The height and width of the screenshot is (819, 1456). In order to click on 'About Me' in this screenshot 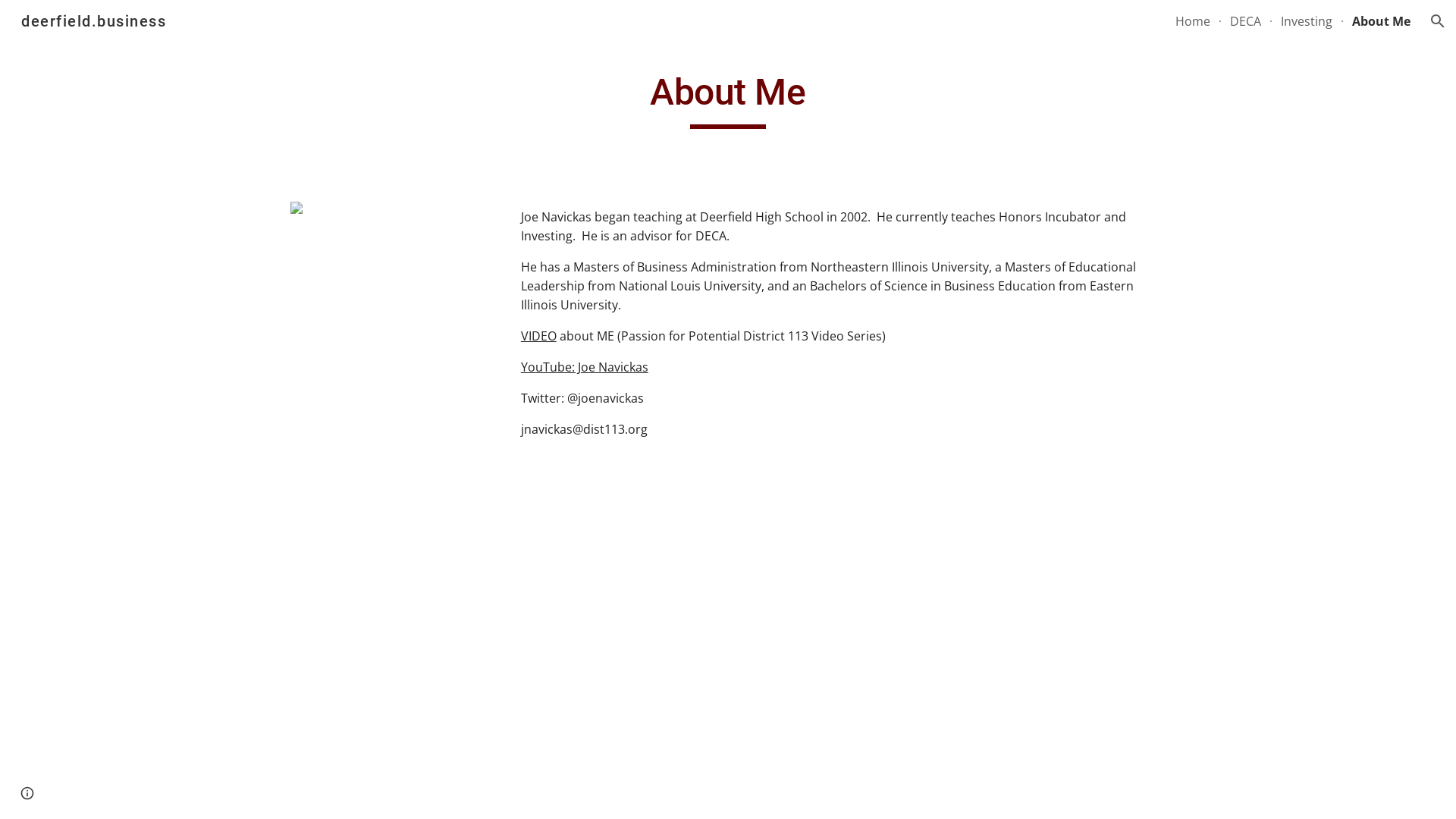, I will do `click(1381, 20)`.